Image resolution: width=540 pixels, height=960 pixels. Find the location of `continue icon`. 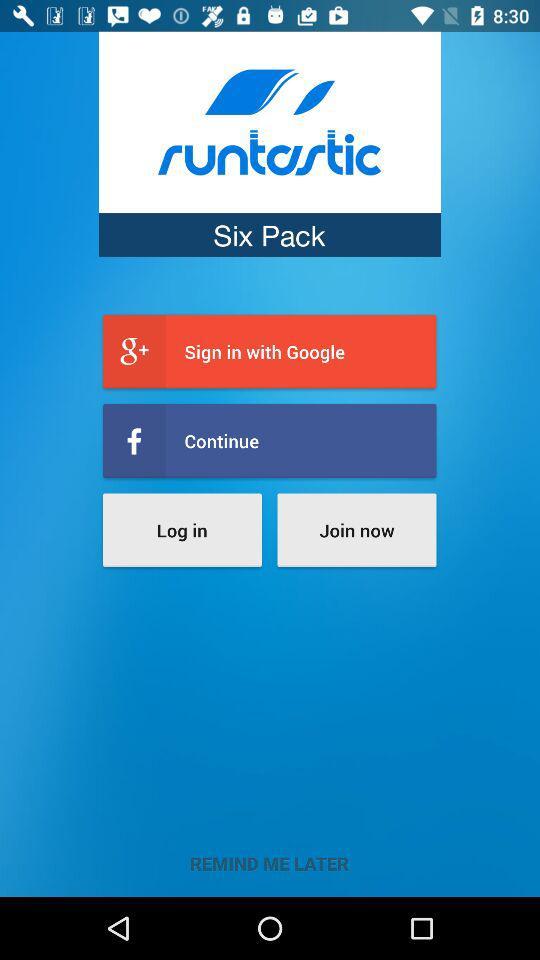

continue icon is located at coordinates (269, 441).